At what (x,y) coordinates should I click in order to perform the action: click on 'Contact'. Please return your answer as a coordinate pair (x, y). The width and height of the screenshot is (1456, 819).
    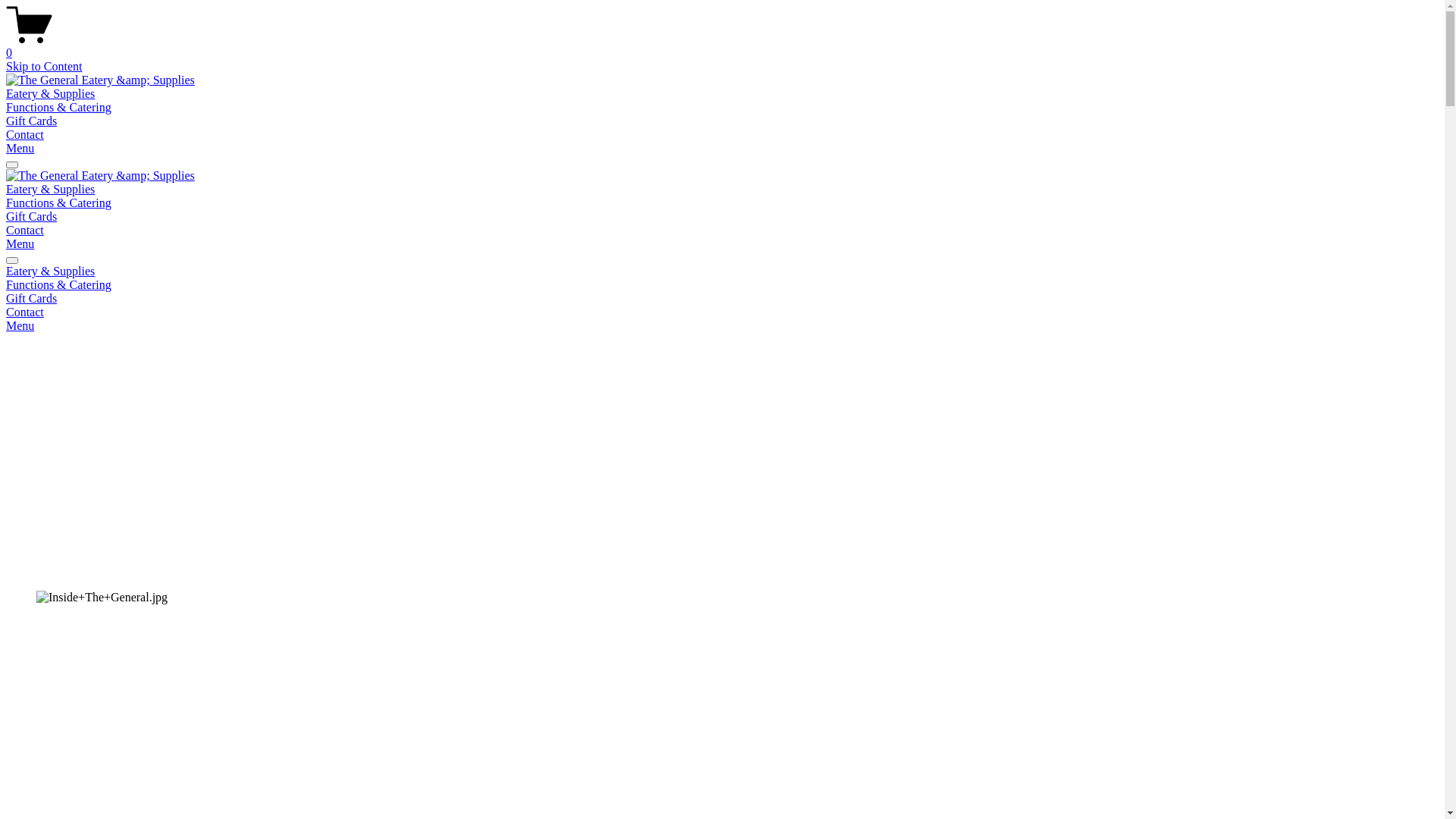
    Looking at the image, I should click on (25, 230).